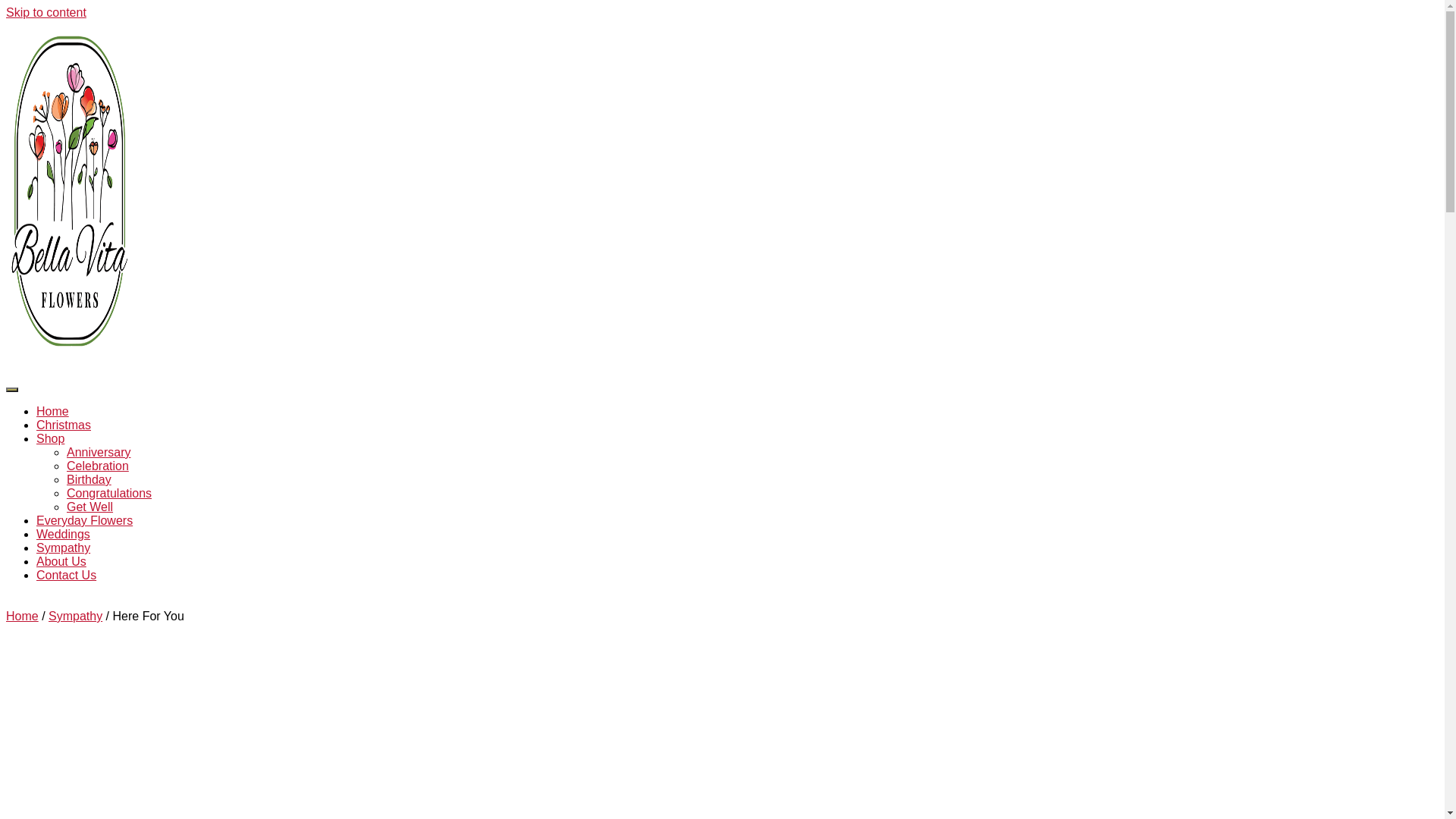 Image resolution: width=1456 pixels, height=819 pixels. I want to click on 'About Us', so click(61, 561).